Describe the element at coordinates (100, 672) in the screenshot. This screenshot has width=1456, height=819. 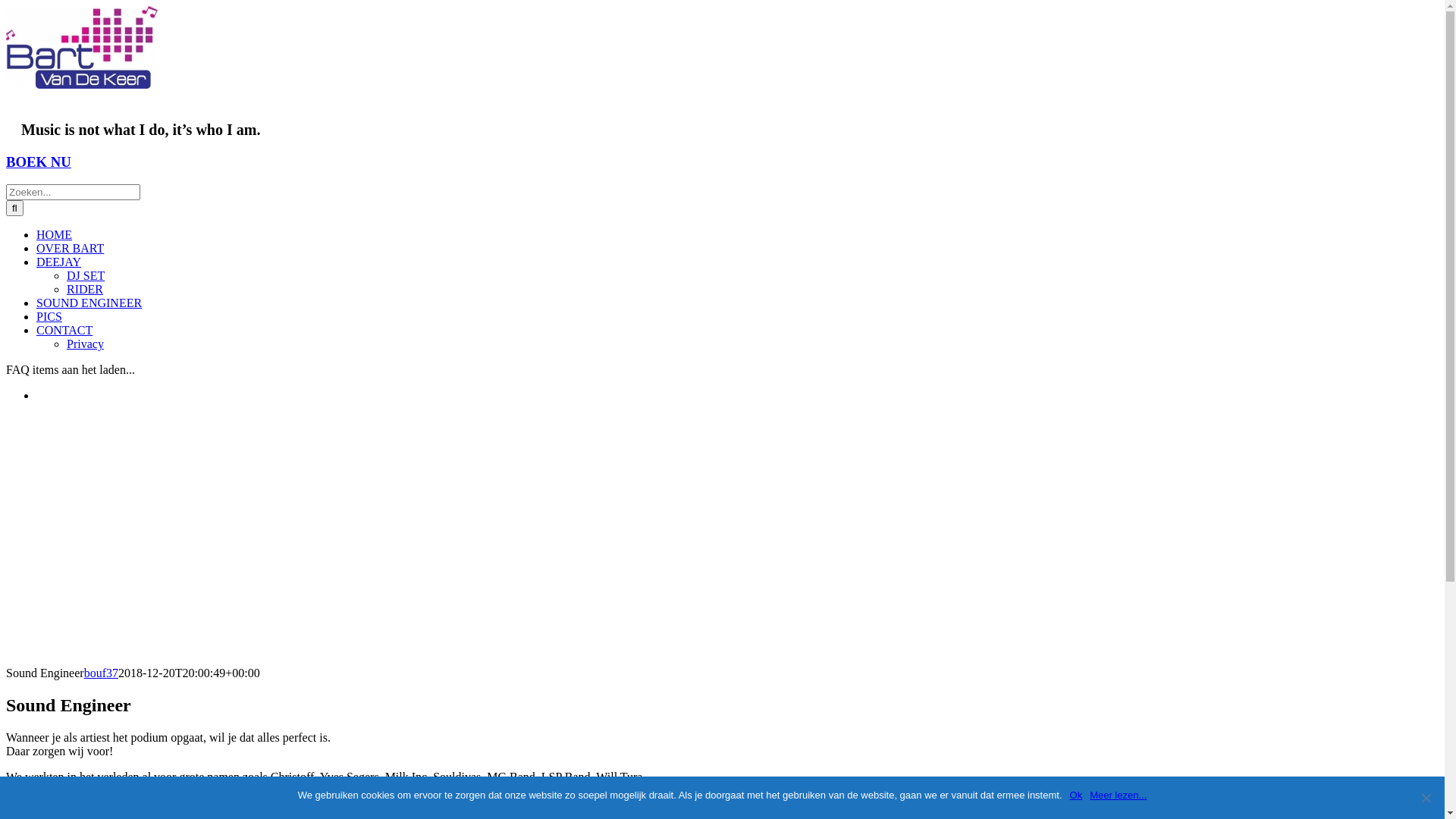
I see `'bouf37'` at that location.